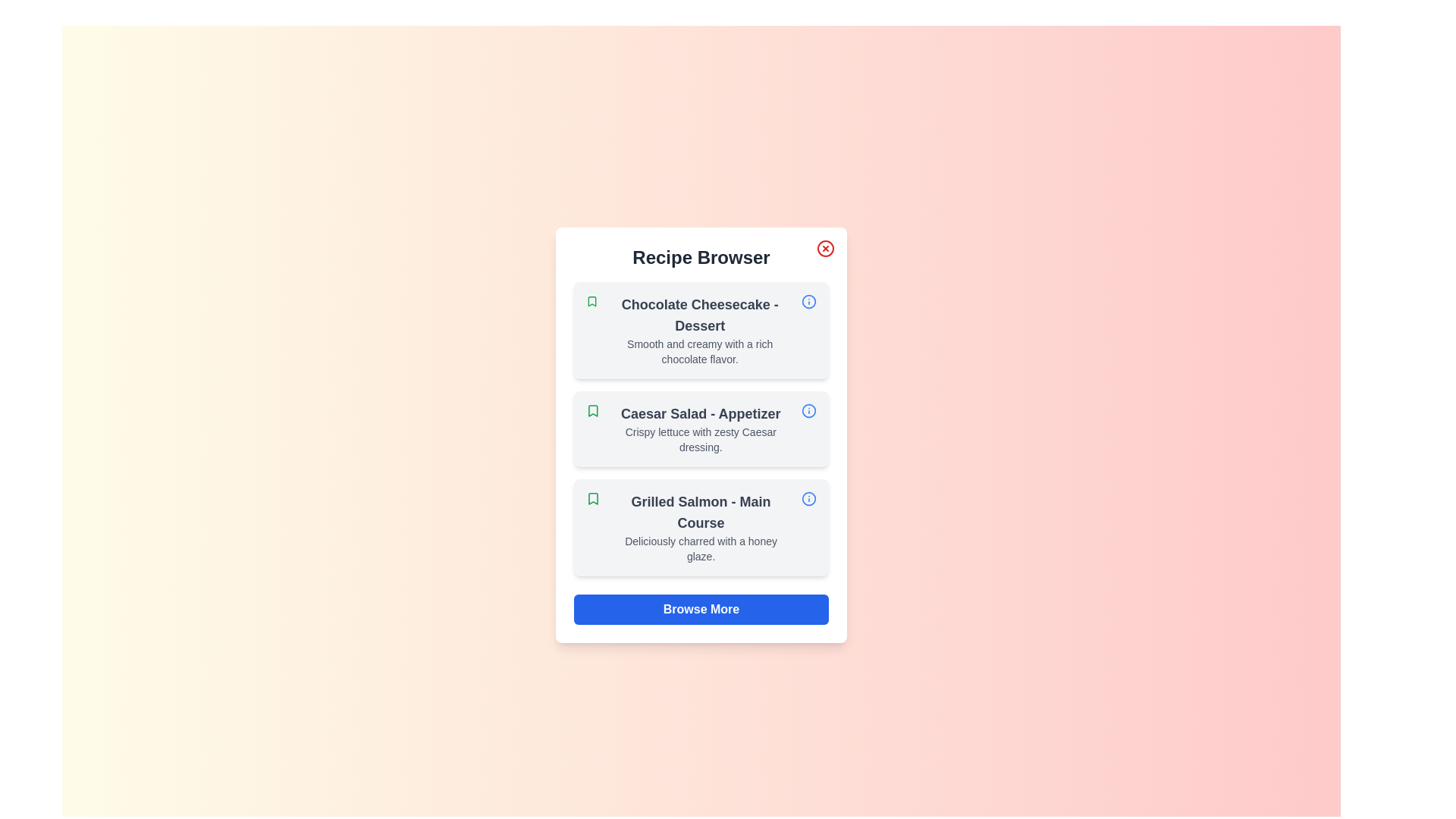  Describe the element at coordinates (808, 499) in the screenshot. I see `the information button for Grilled Salmon to view its details` at that location.